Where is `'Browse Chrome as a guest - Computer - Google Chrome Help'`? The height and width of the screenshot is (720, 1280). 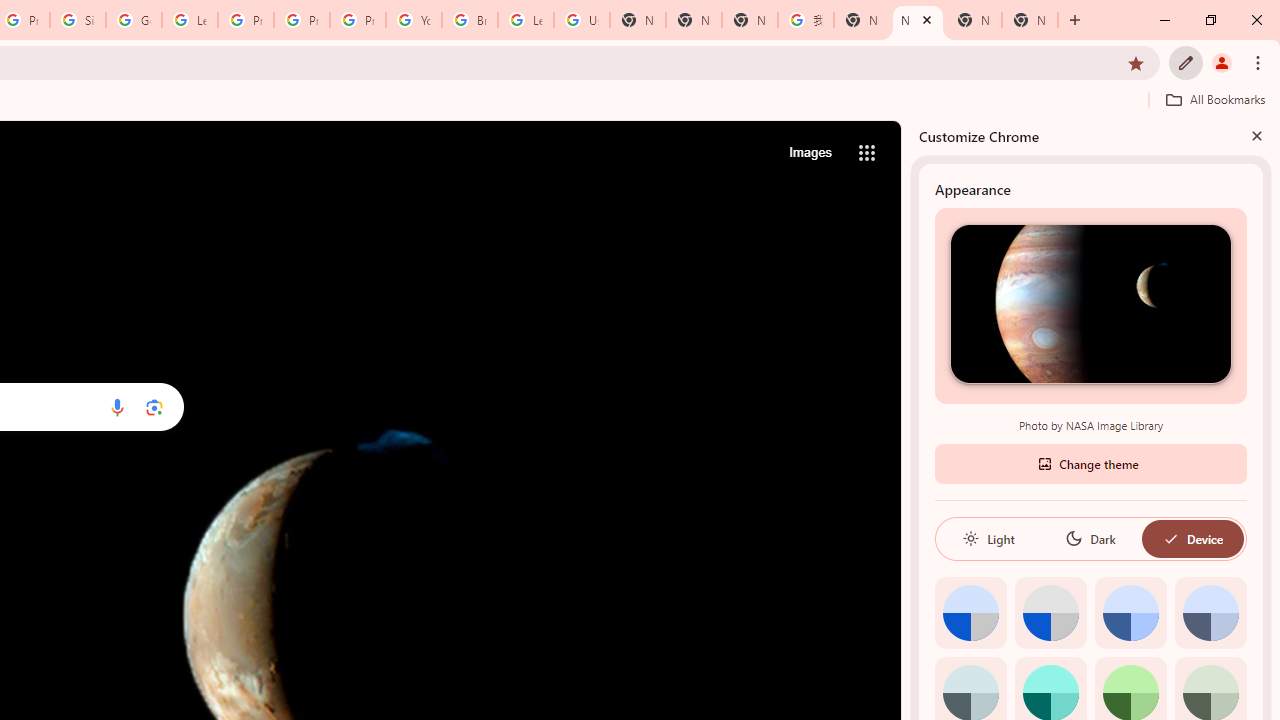
'Browse Chrome as a guest - Computer - Google Chrome Help' is located at coordinates (468, 20).